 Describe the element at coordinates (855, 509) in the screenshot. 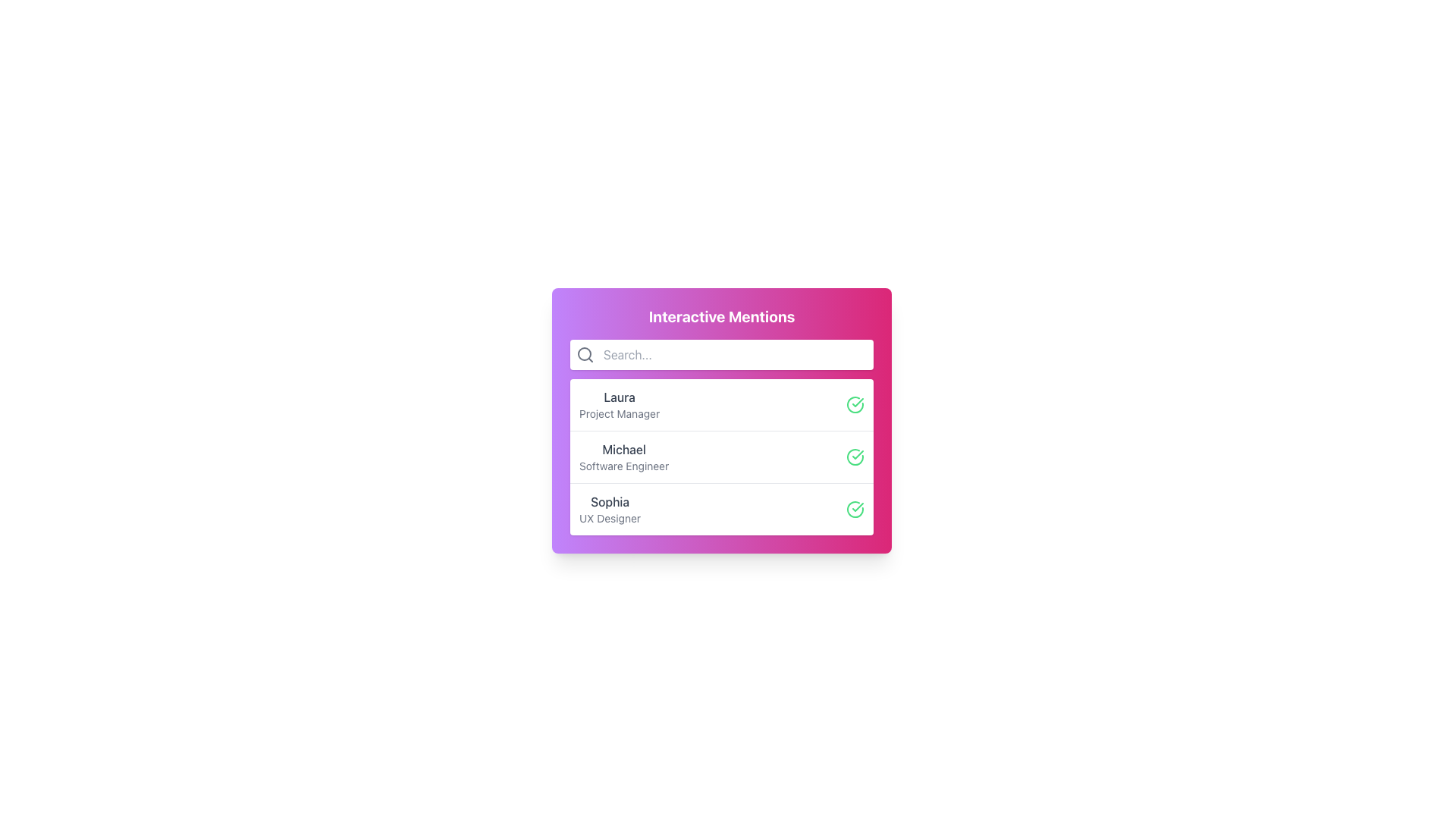

I see `the green circular checkmark icon located at the rightmost position in the row labeled 'Sophia UX Designer', which indicates a status such as completion or approval` at that location.